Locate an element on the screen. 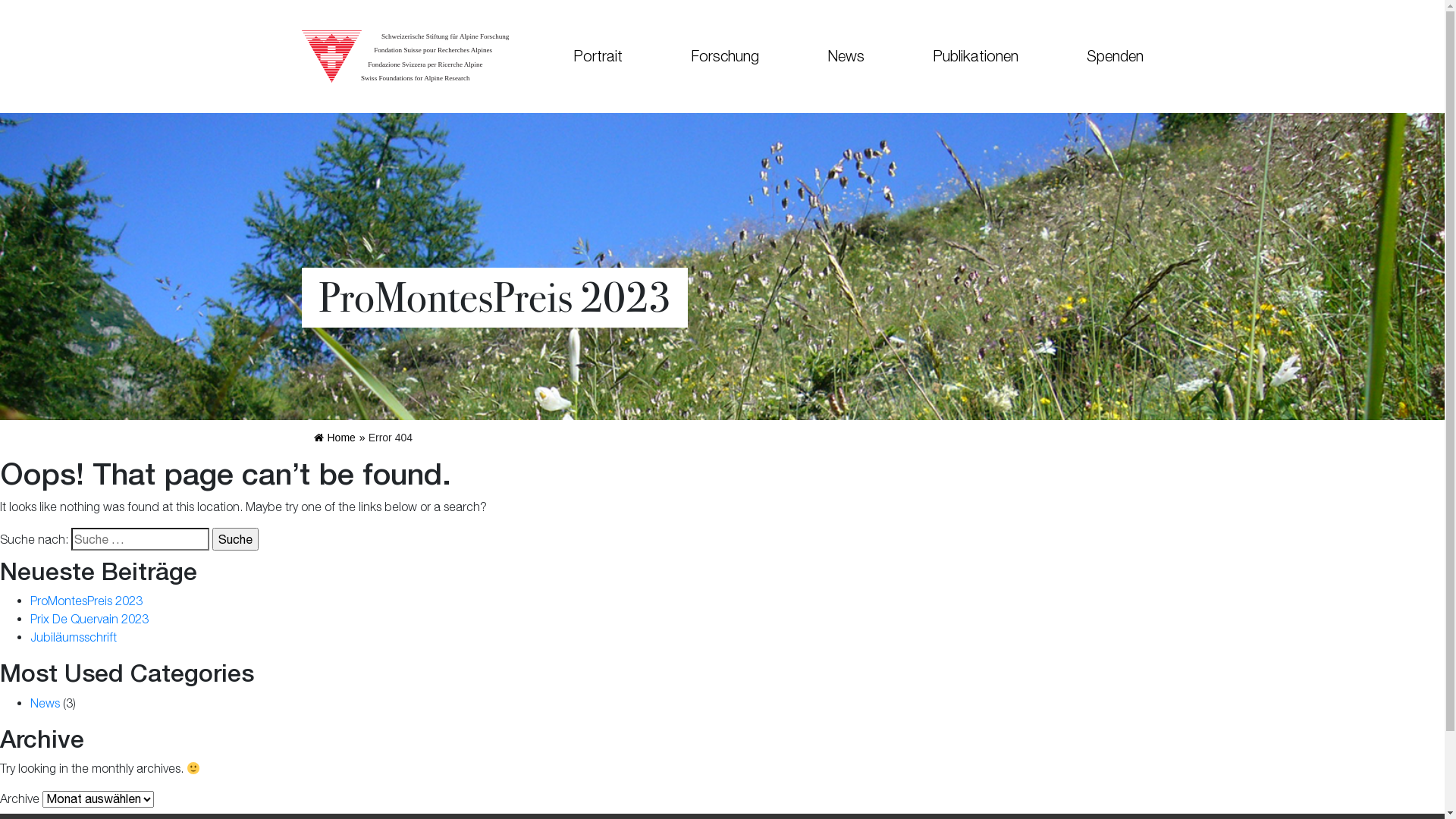  'Home' is located at coordinates (312, 438).